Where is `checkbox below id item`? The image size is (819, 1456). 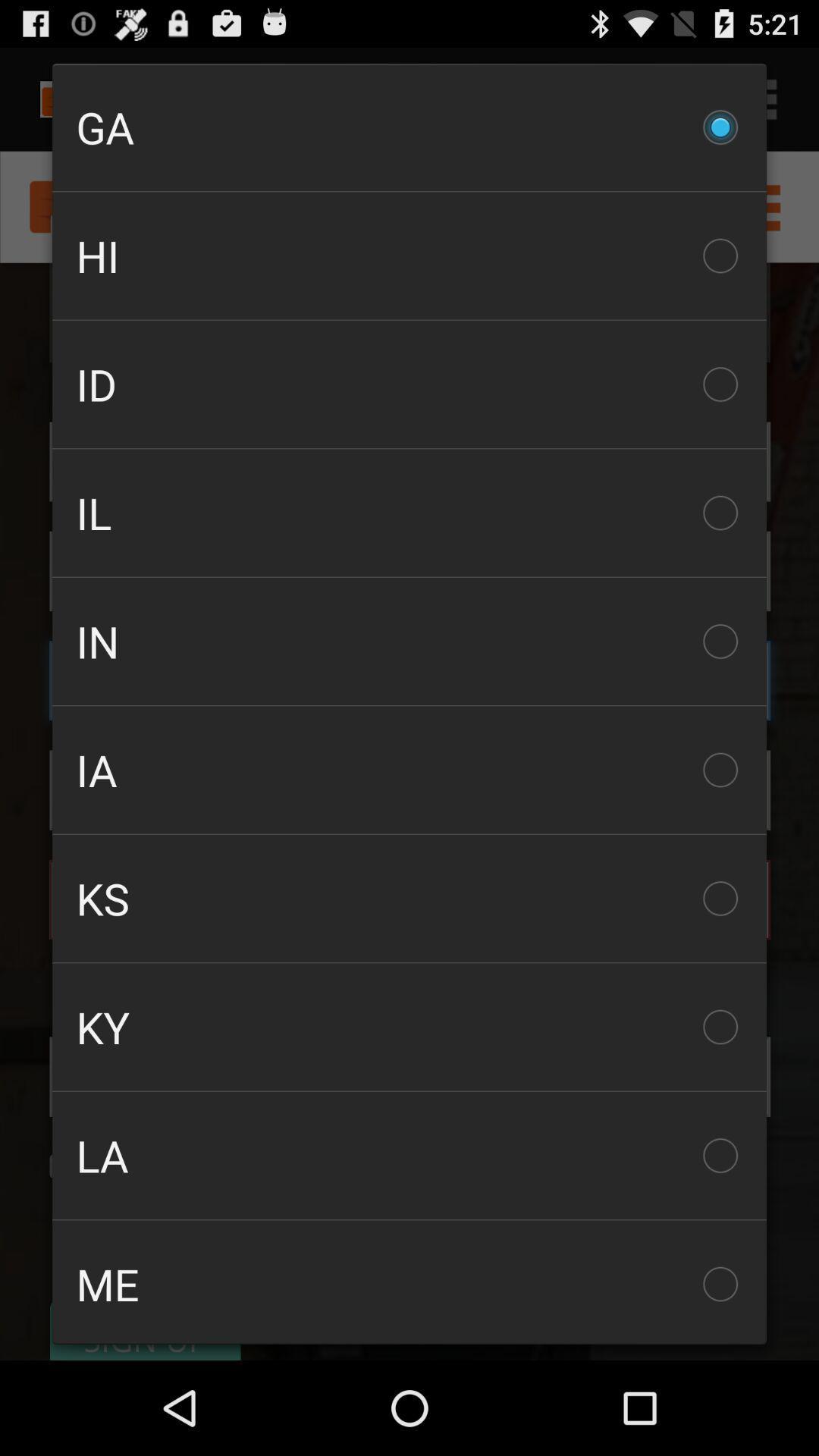
checkbox below id item is located at coordinates (409, 513).